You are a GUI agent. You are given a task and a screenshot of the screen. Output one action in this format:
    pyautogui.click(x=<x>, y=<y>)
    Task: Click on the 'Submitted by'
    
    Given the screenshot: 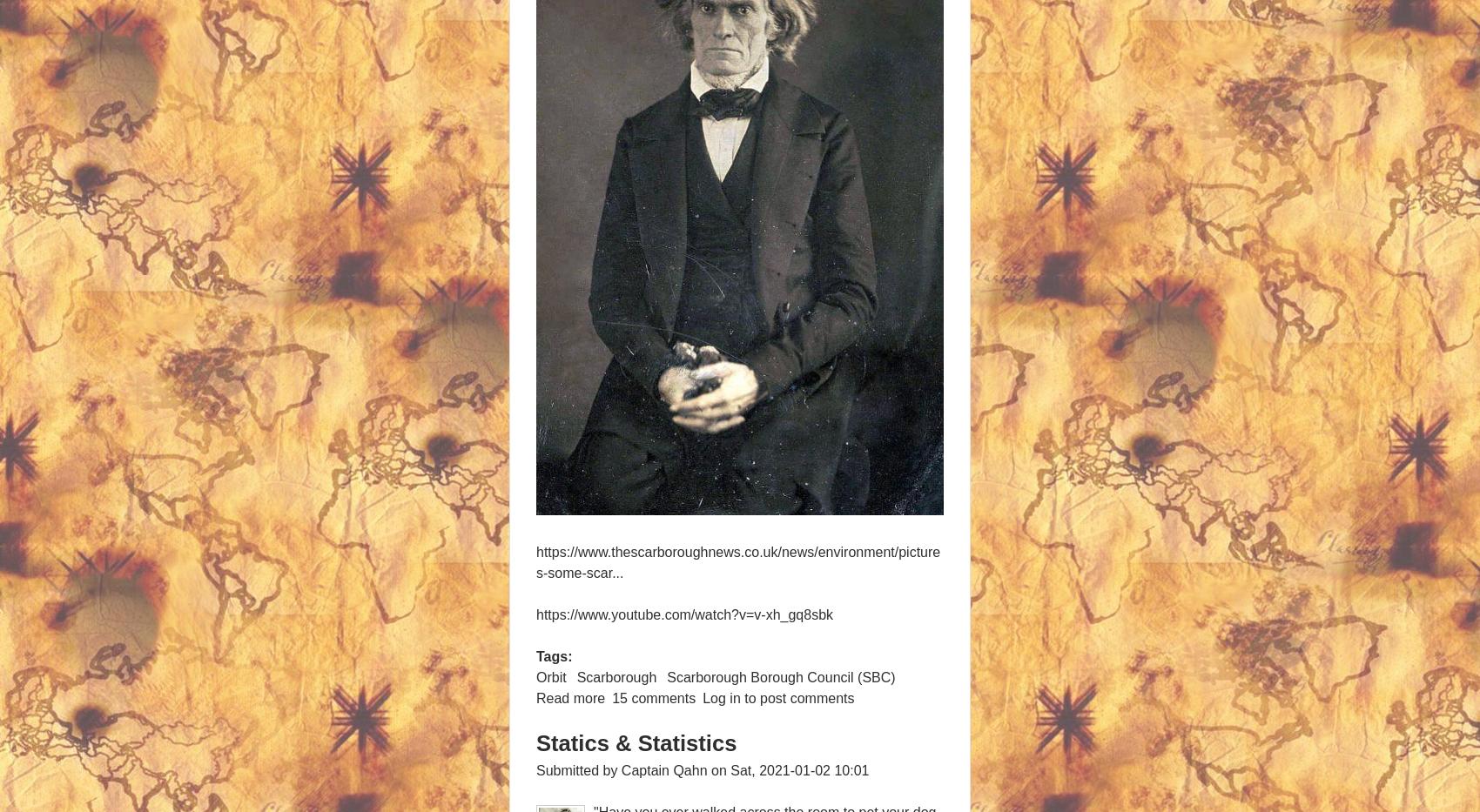 What is the action you would take?
    pyautogui.click(x=578, y=769)
    